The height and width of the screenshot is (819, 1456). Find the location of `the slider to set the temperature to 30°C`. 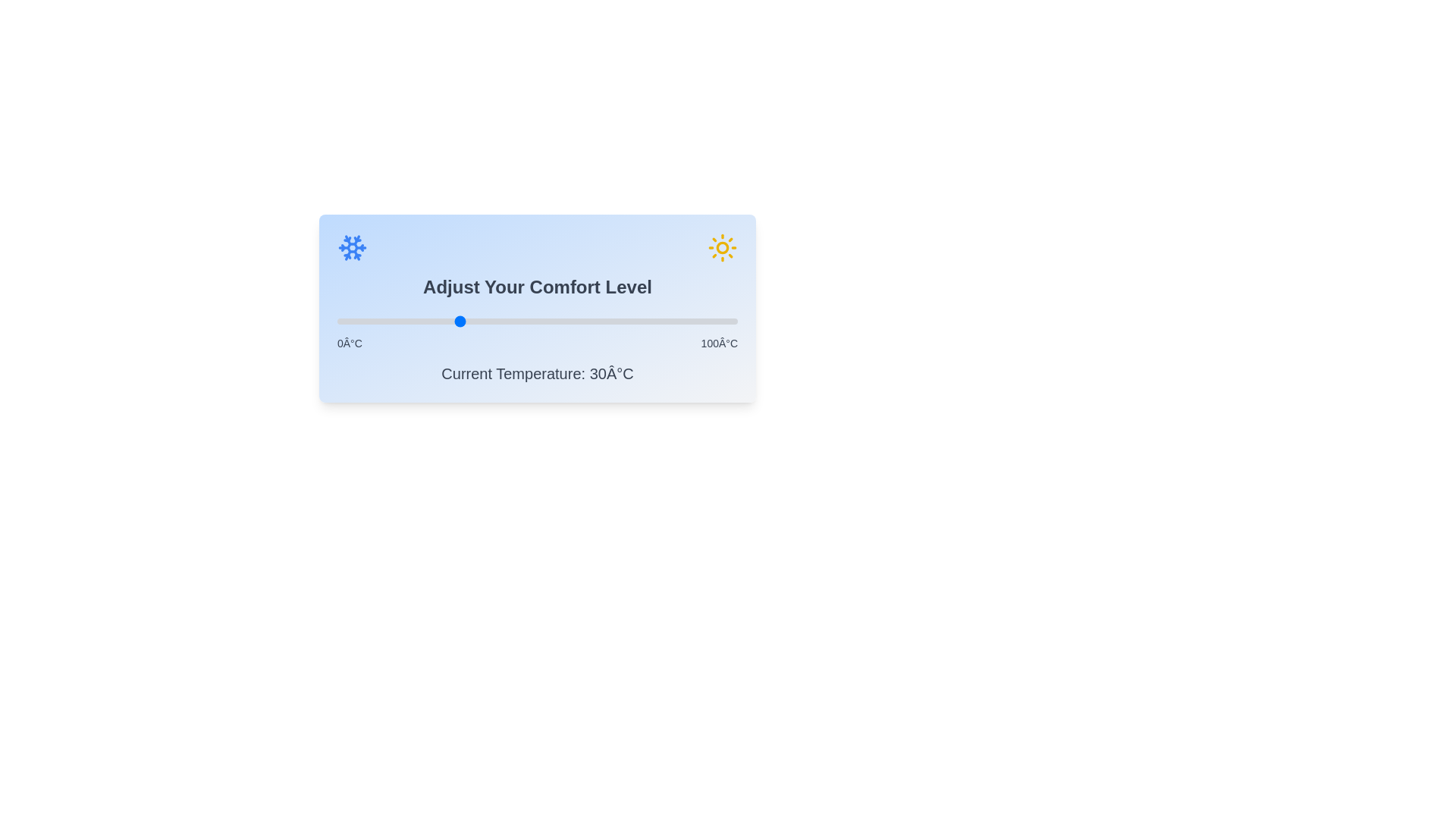

the slider to set the temperature to 30°C is located at coordinates (457, 321).